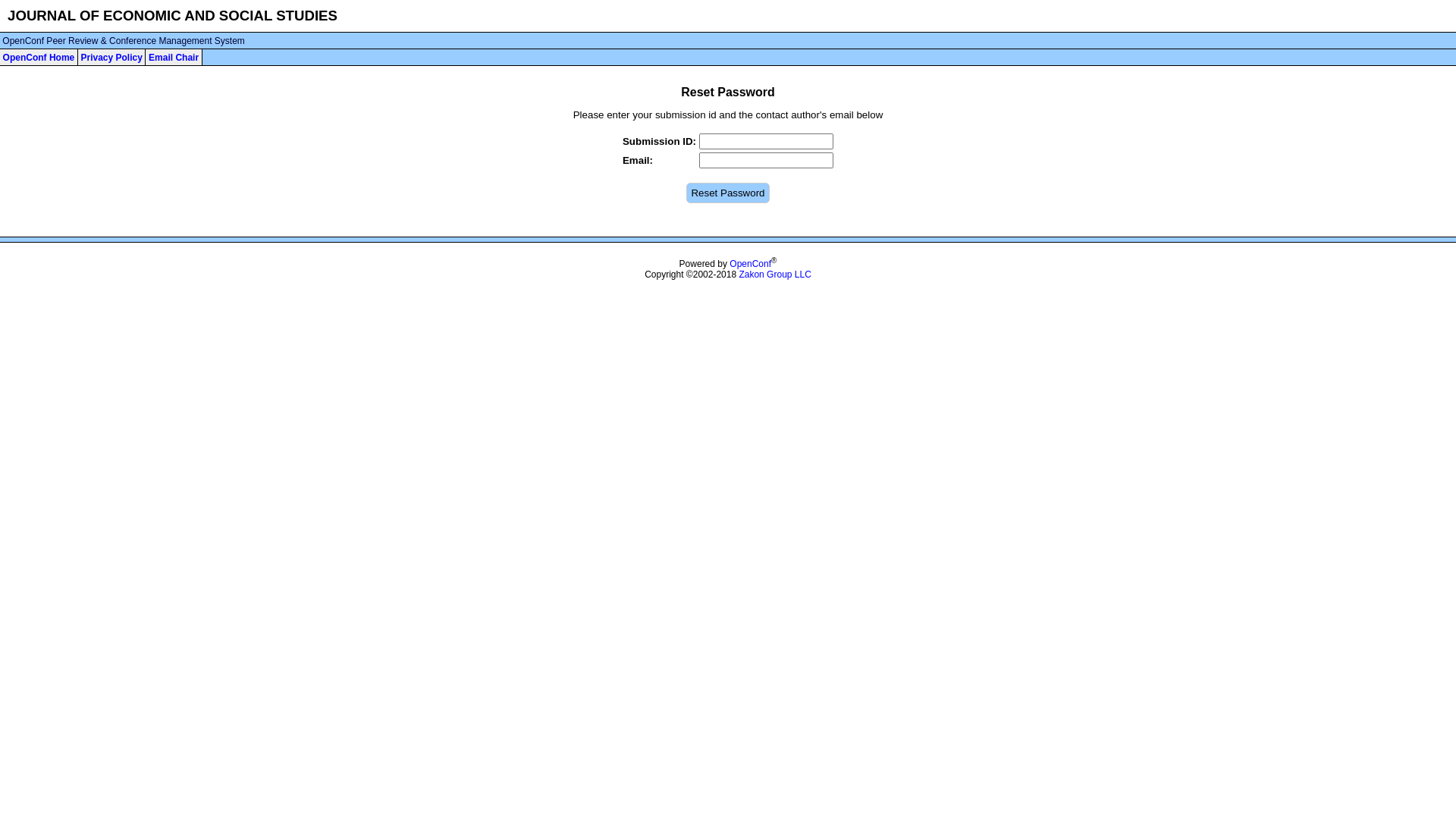 The image size is (1456, 819). What do you see at coordinates (726, 192) in the screenshot?
I see `'Reset Password'` at bounding box center [726, 192].